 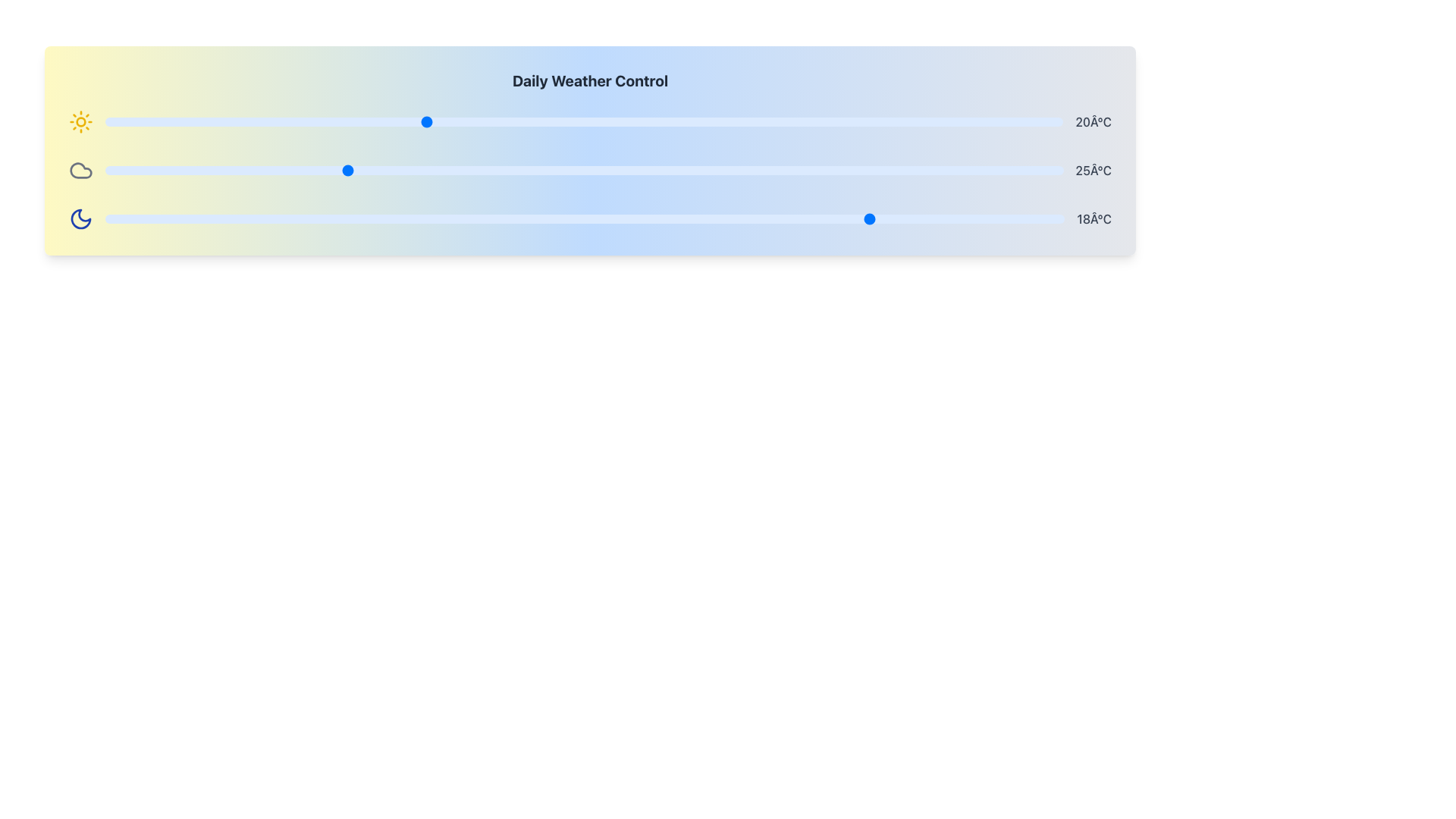 What do you see at coordinates (425, 121) in the screenshot?
I see `the morning temperature` at bounding box center [425, 121].